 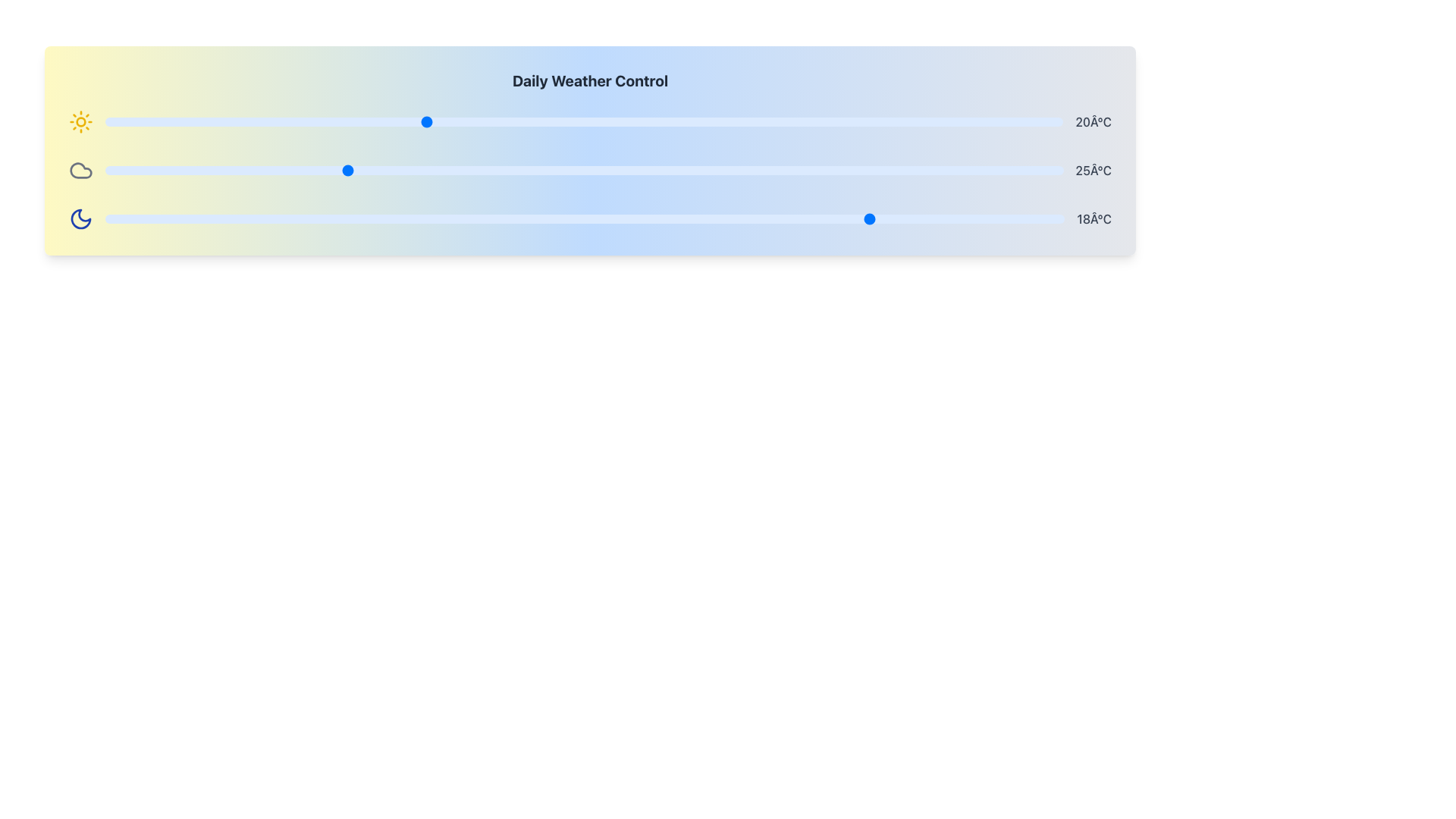 What do you see at coordinates (425, 121) in the screenshot?
I see `the morning temperature` at bounding box center [425, 121].